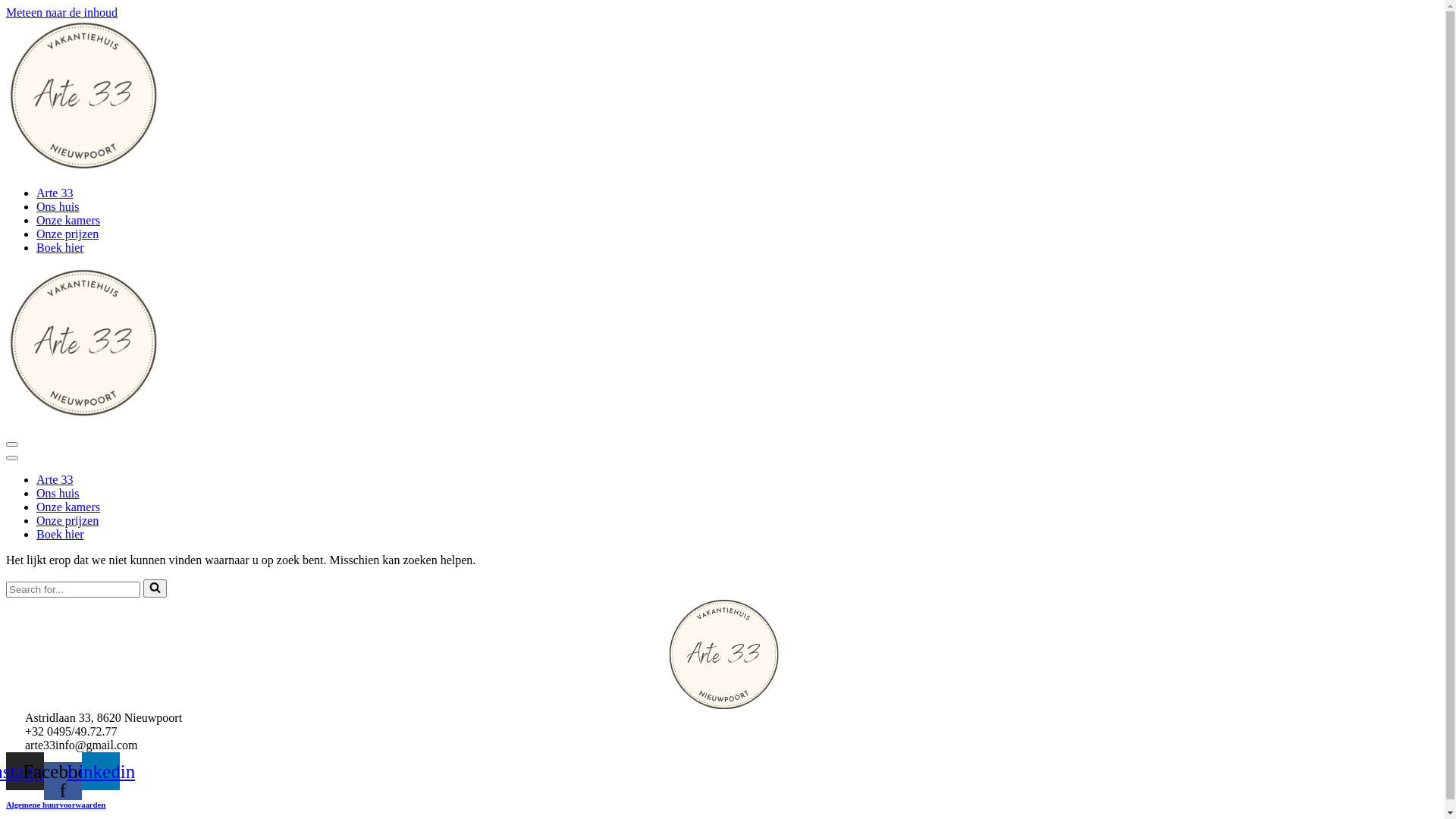  I want to click on 'Navigatie Menu', so click(11, 457).